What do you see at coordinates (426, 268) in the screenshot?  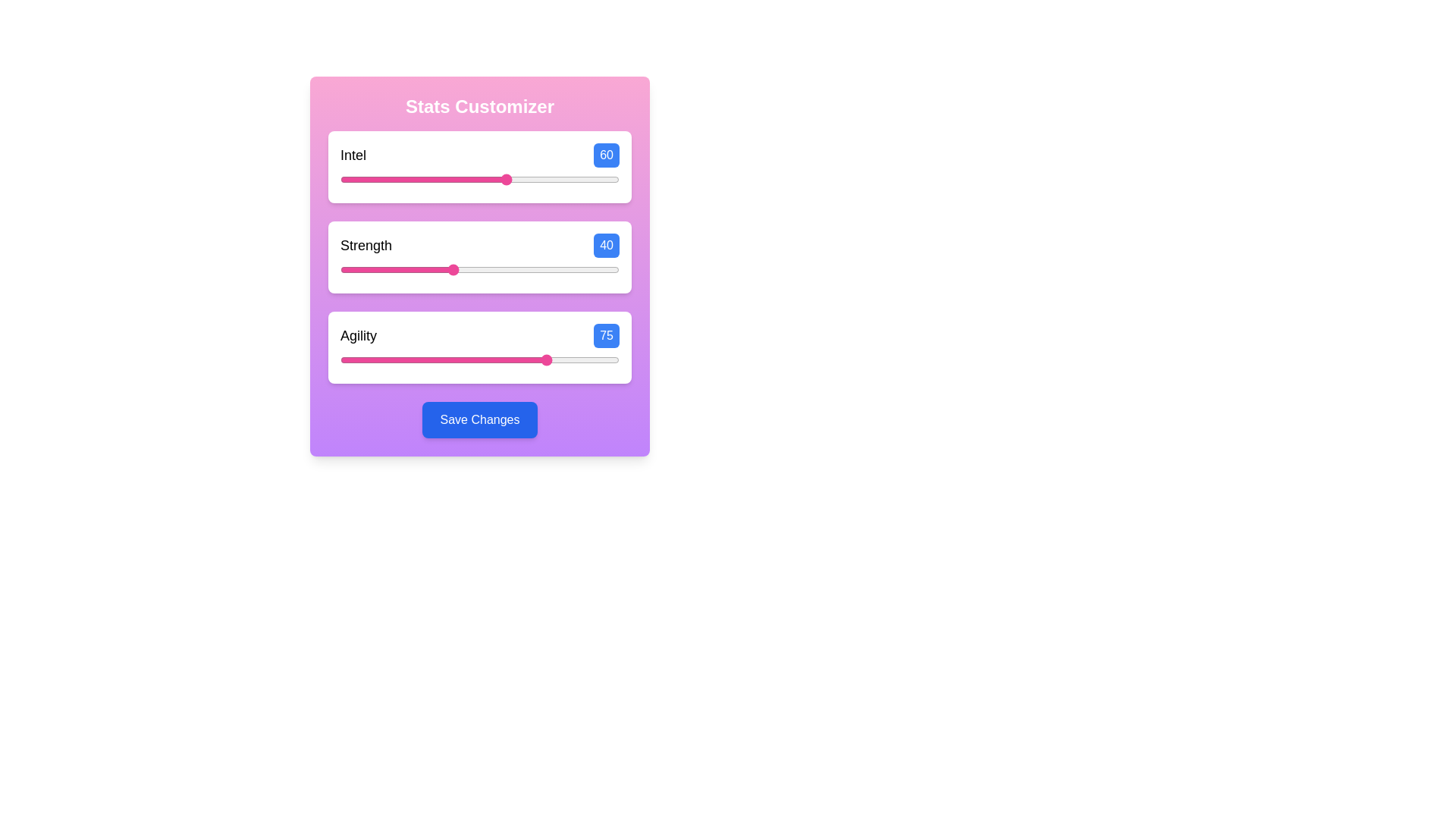 I see `the Strength slider` at bounding box center [426, 268].